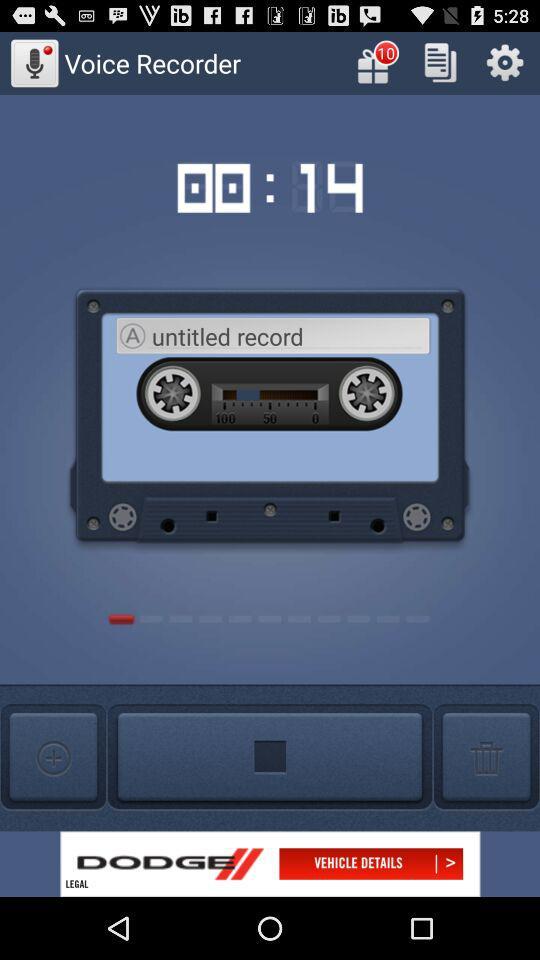  Describe the element at coordinates (270, 863) in the screenshot. I see `click advertisement` at that location.